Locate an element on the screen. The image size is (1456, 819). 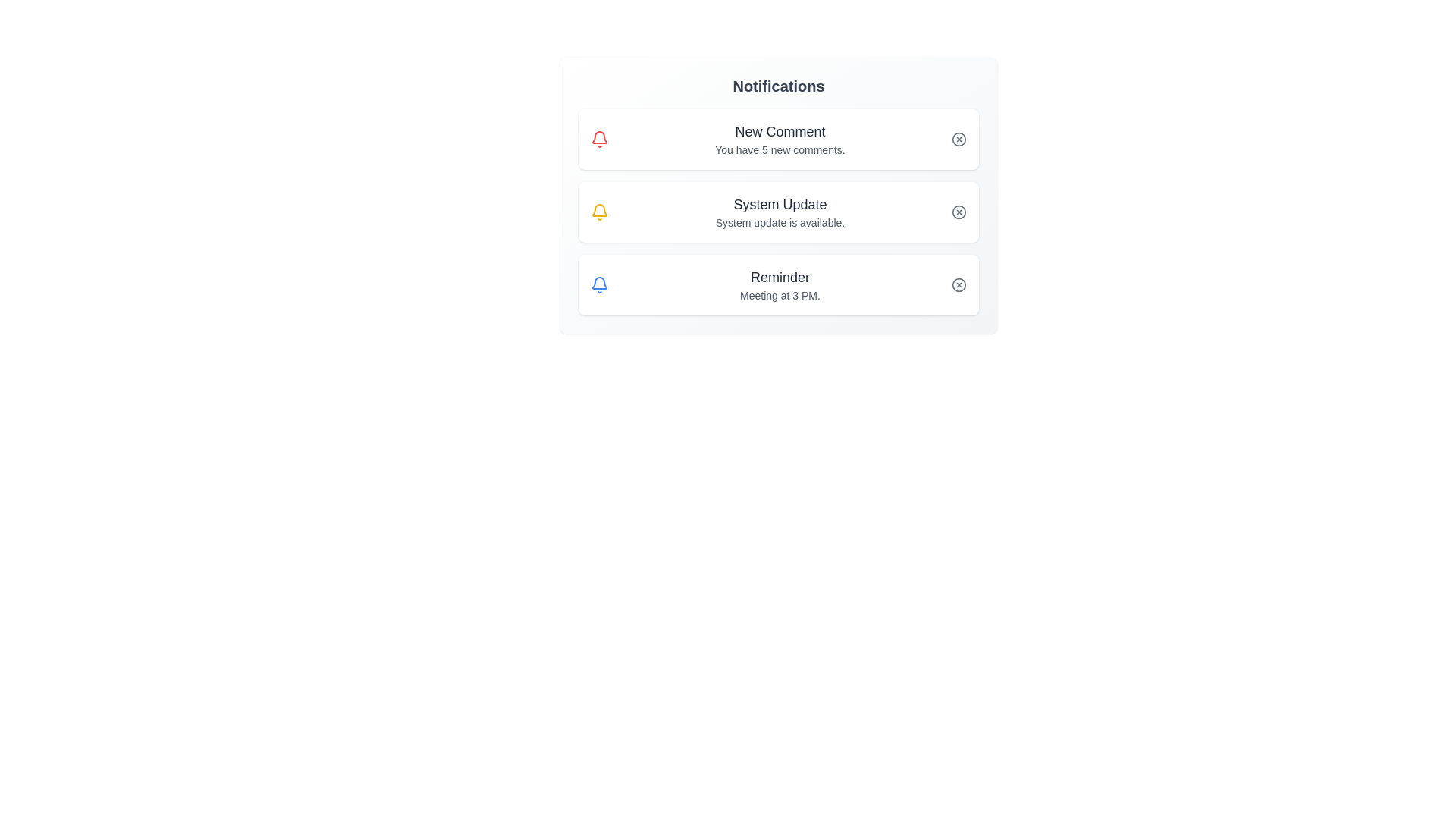
the Notification Icon, which indicates the presence of new comments or alerts, located to the left of the 'New Comment' text in the notification list is located at coordinates (599, 140).